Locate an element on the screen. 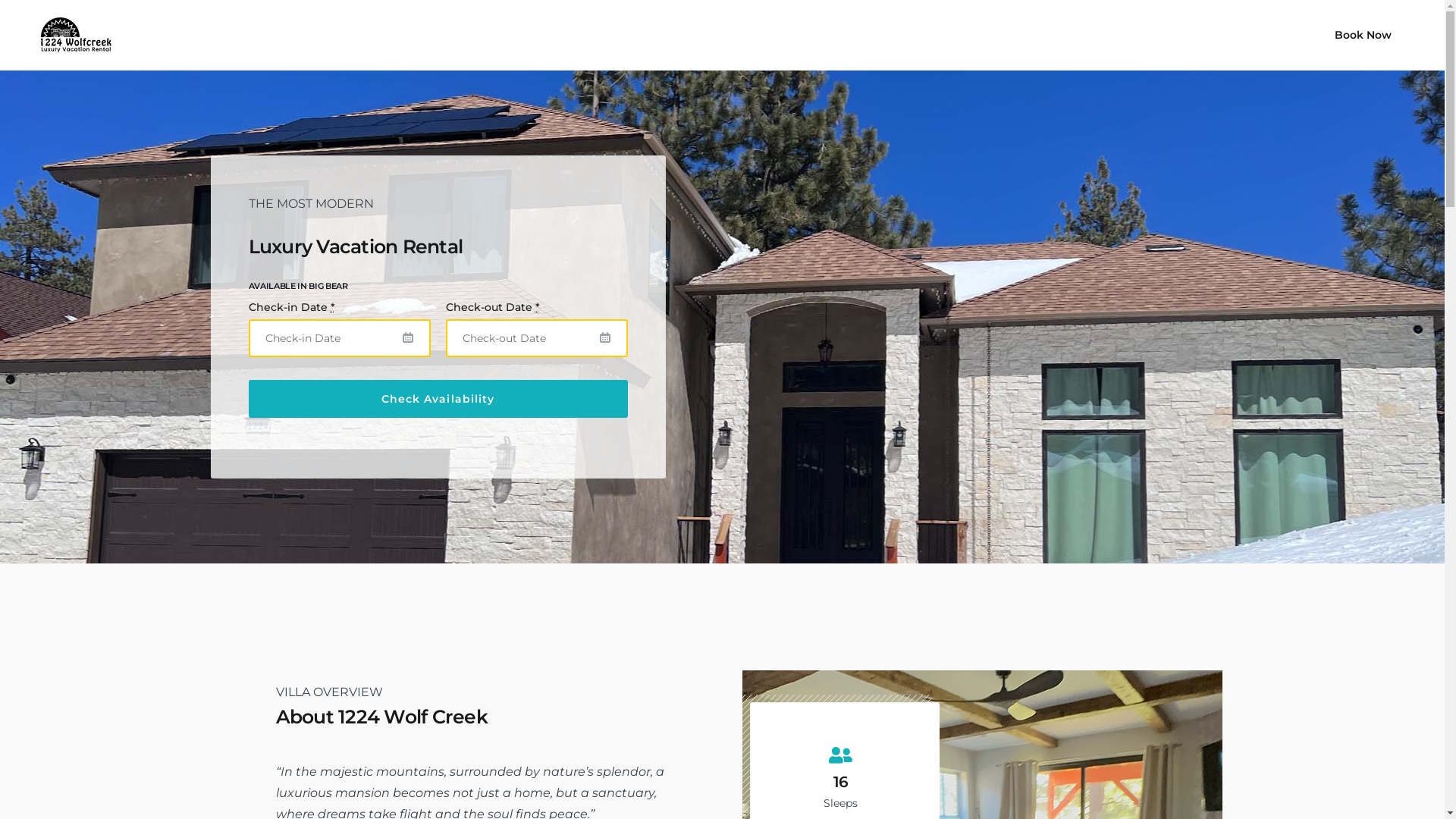  '1224 Wolf Creek' is located at coordinates (69, 34).